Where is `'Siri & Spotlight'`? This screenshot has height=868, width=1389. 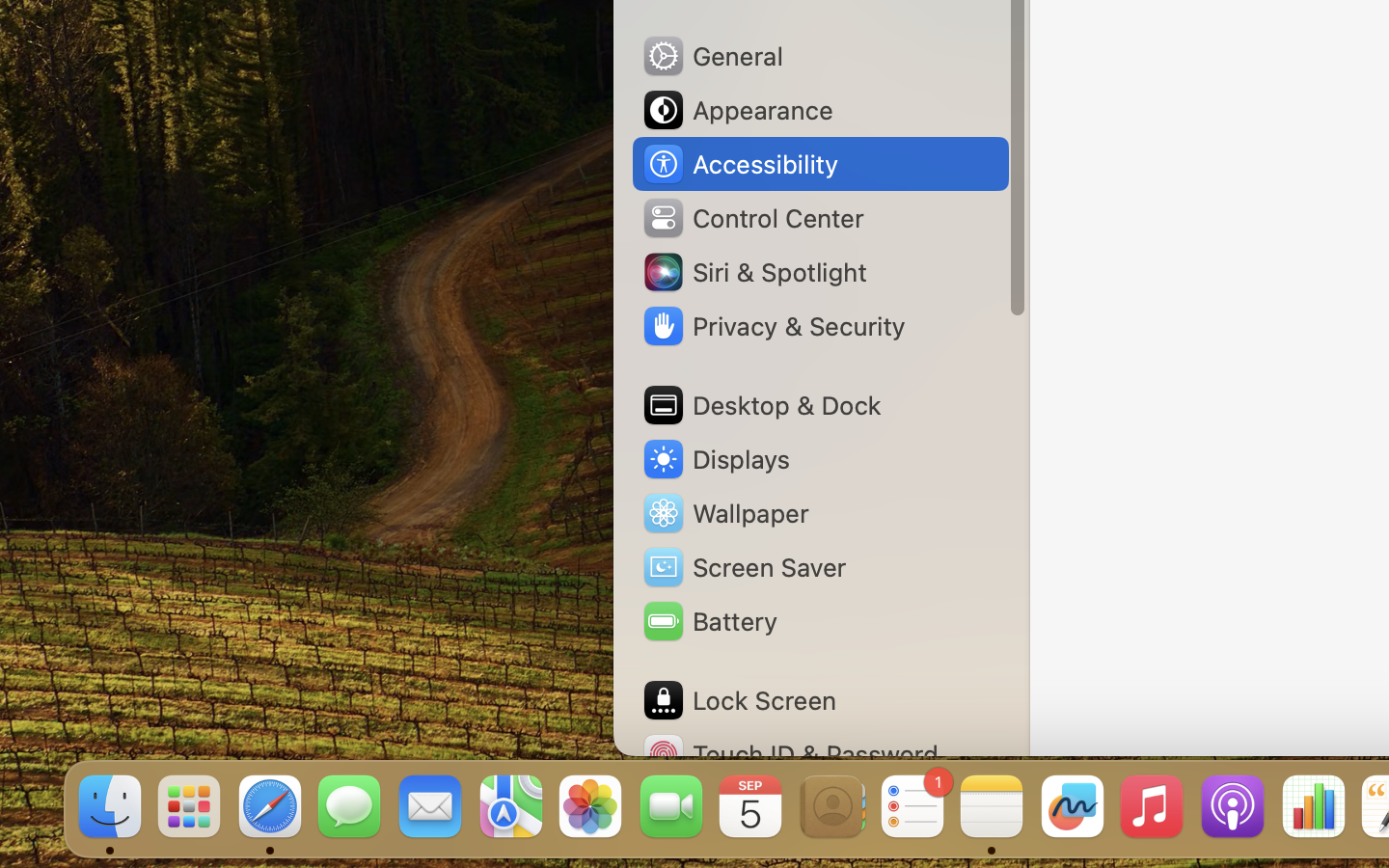
'Siri & Spotlight' is located at coordinates (753, 270).